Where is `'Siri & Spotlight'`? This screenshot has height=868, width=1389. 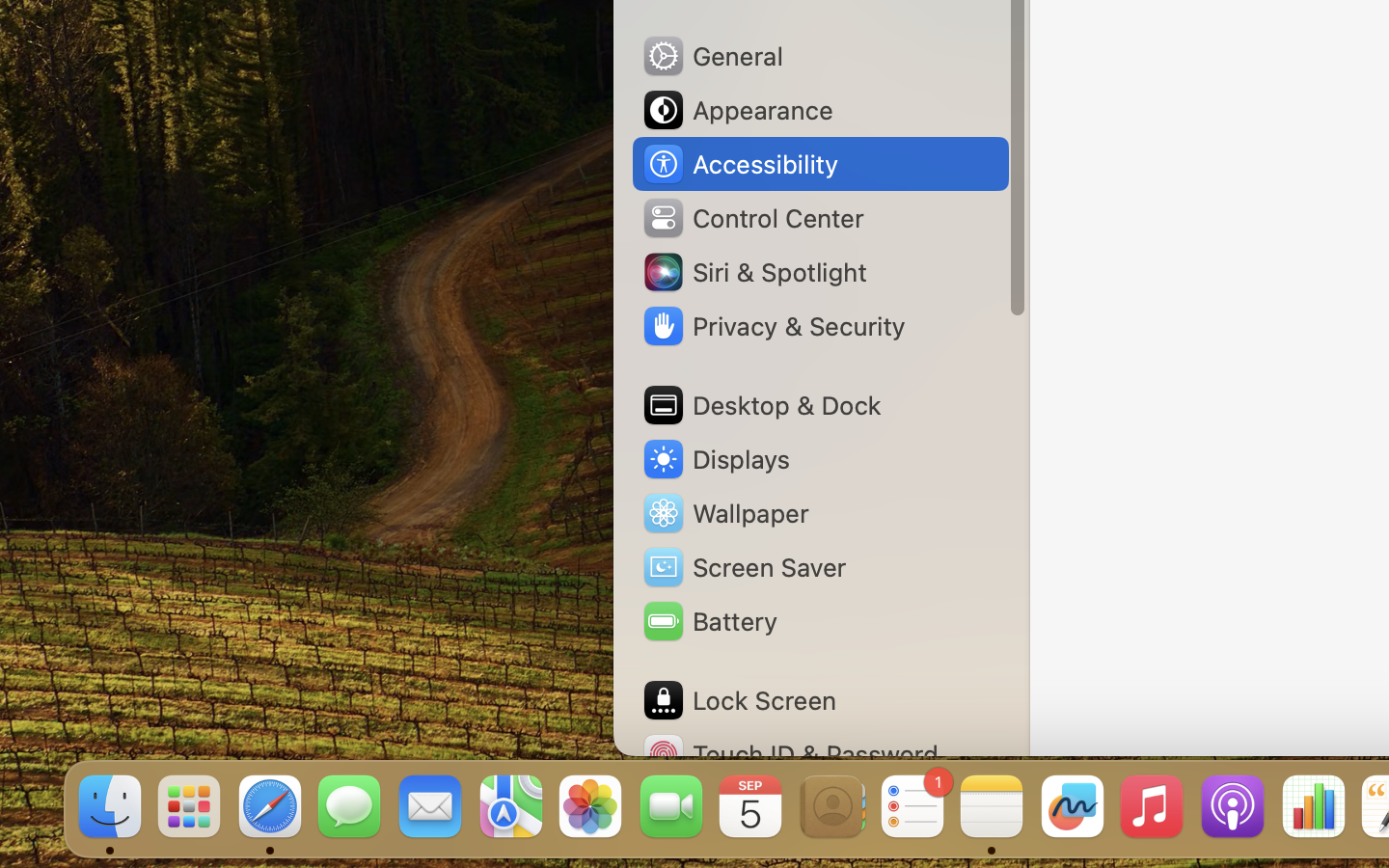
'Siri & Spotlight' is located at coordinates (753, 270).